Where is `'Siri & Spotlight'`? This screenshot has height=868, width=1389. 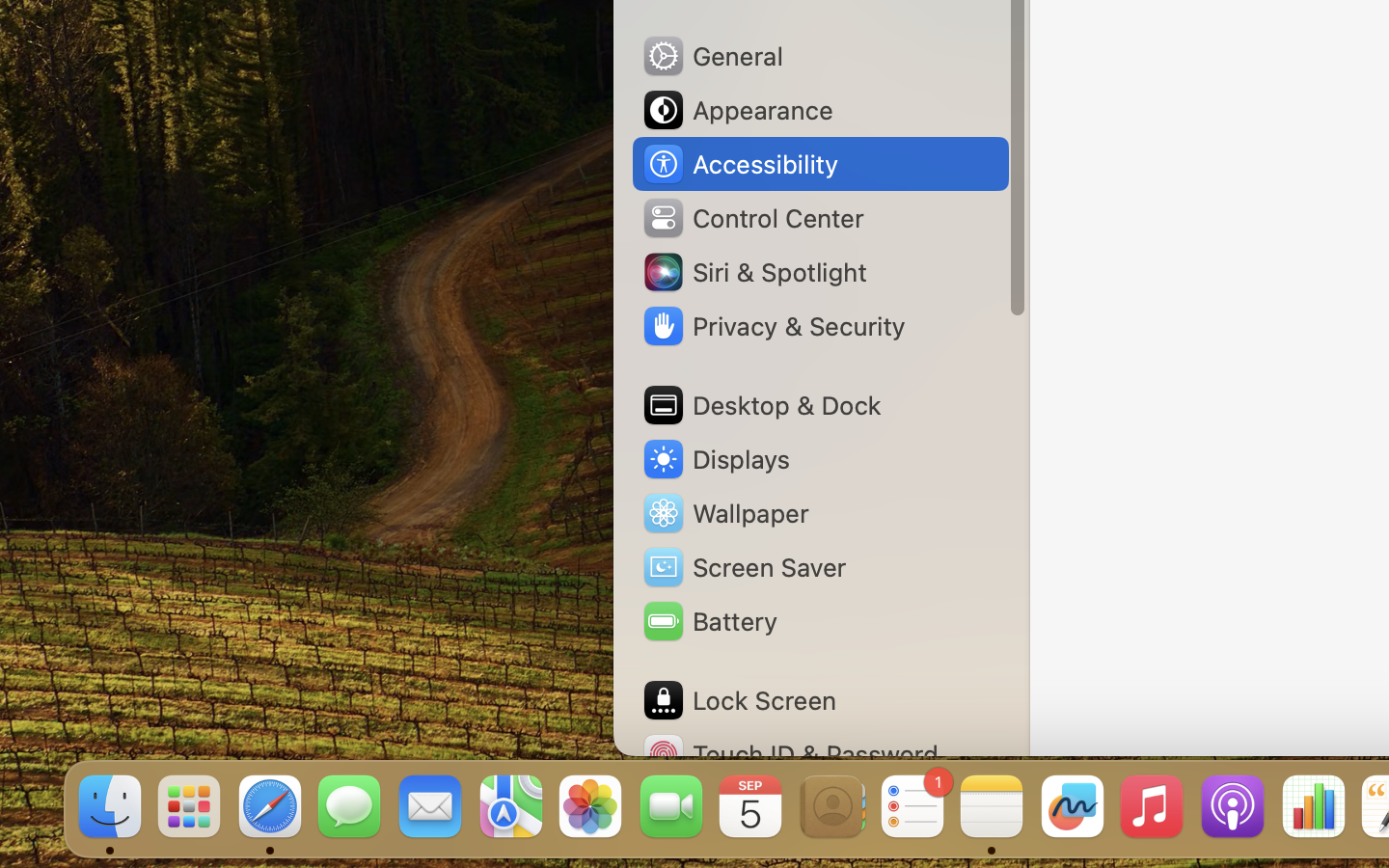
'Siri & Spotlight' is located at coordinates (753, 270).